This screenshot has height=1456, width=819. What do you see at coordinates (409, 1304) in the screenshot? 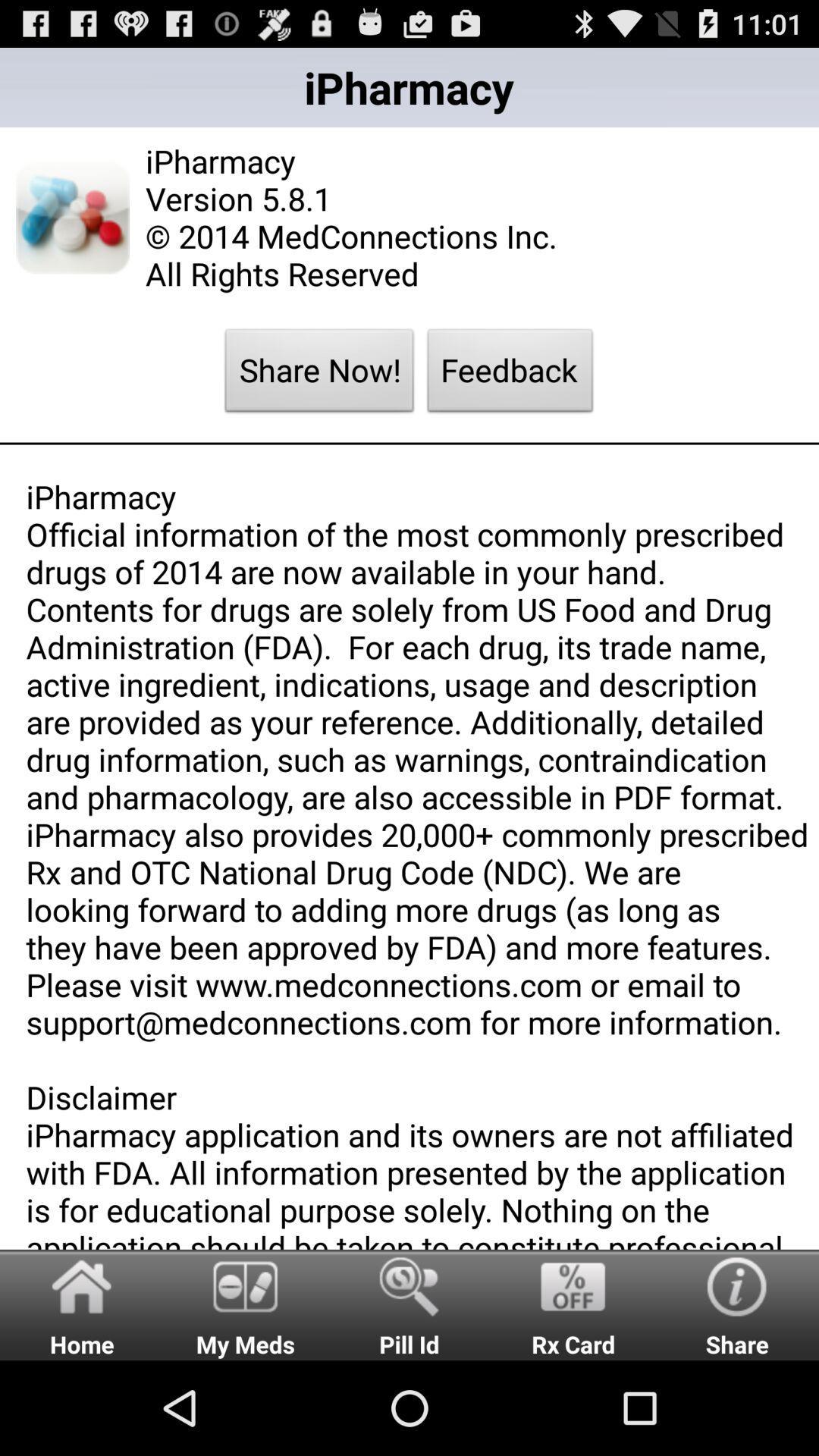
I see `the icon to the left of the rx card icon` at bounding box center [409, 1304].